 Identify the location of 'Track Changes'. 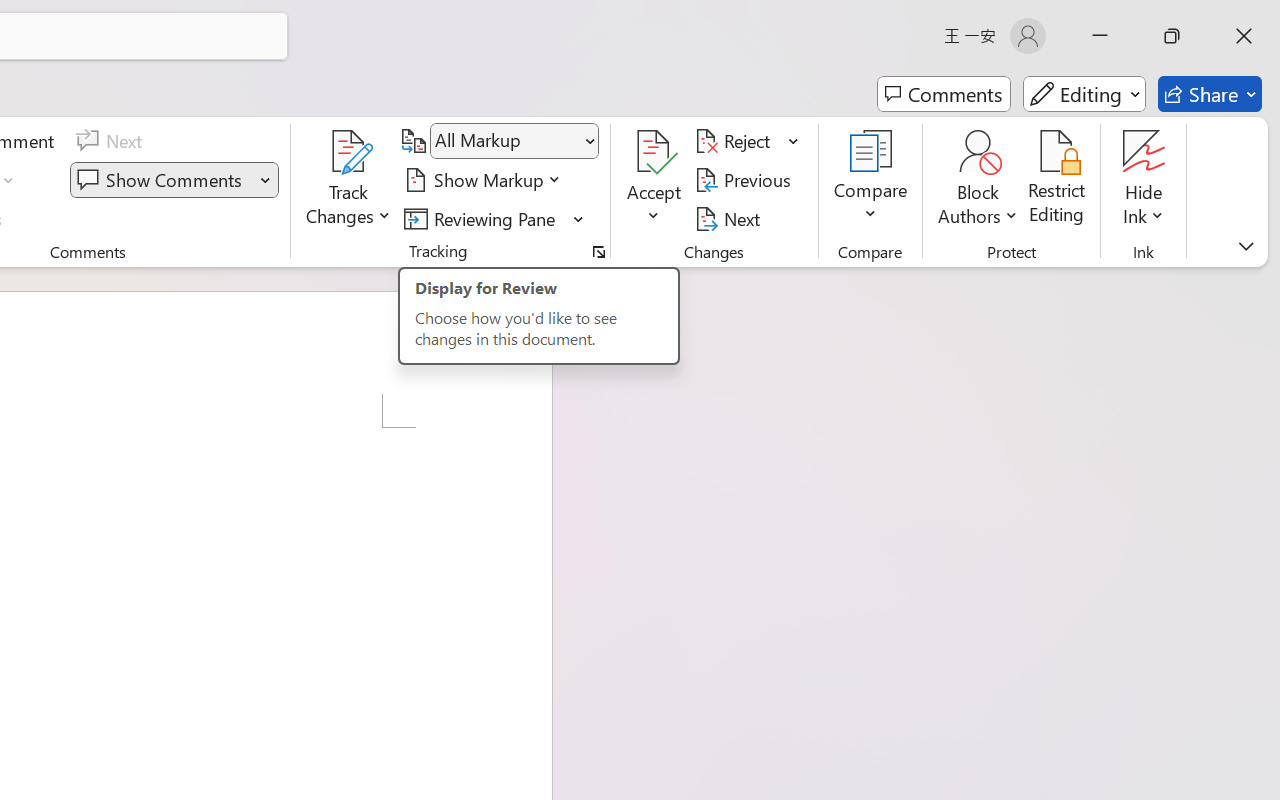
(349, 179).